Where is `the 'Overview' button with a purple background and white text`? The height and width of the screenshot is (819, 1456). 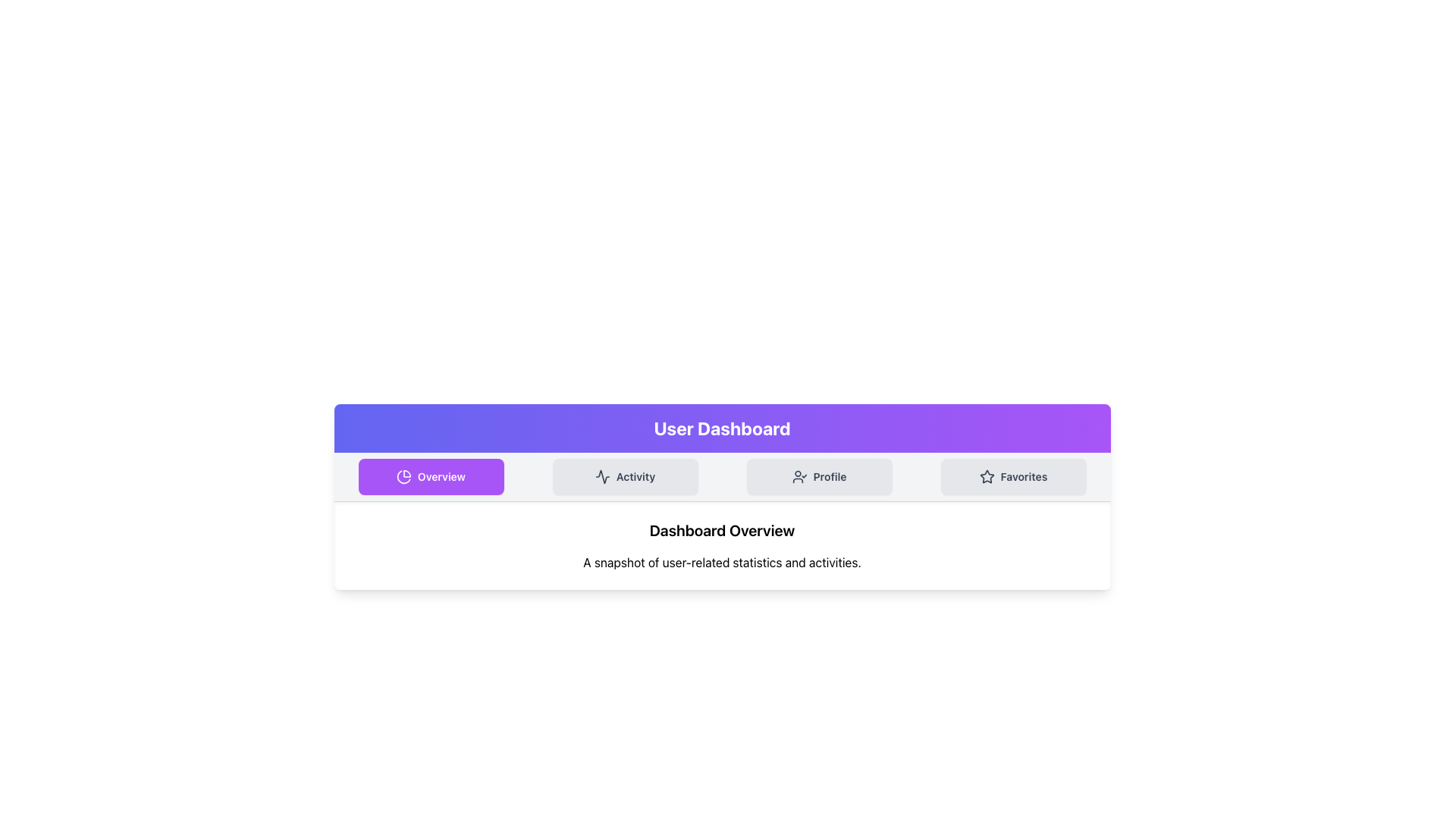
the 'Overview' button with a purple background and white text is located at coordinates (430, 475).